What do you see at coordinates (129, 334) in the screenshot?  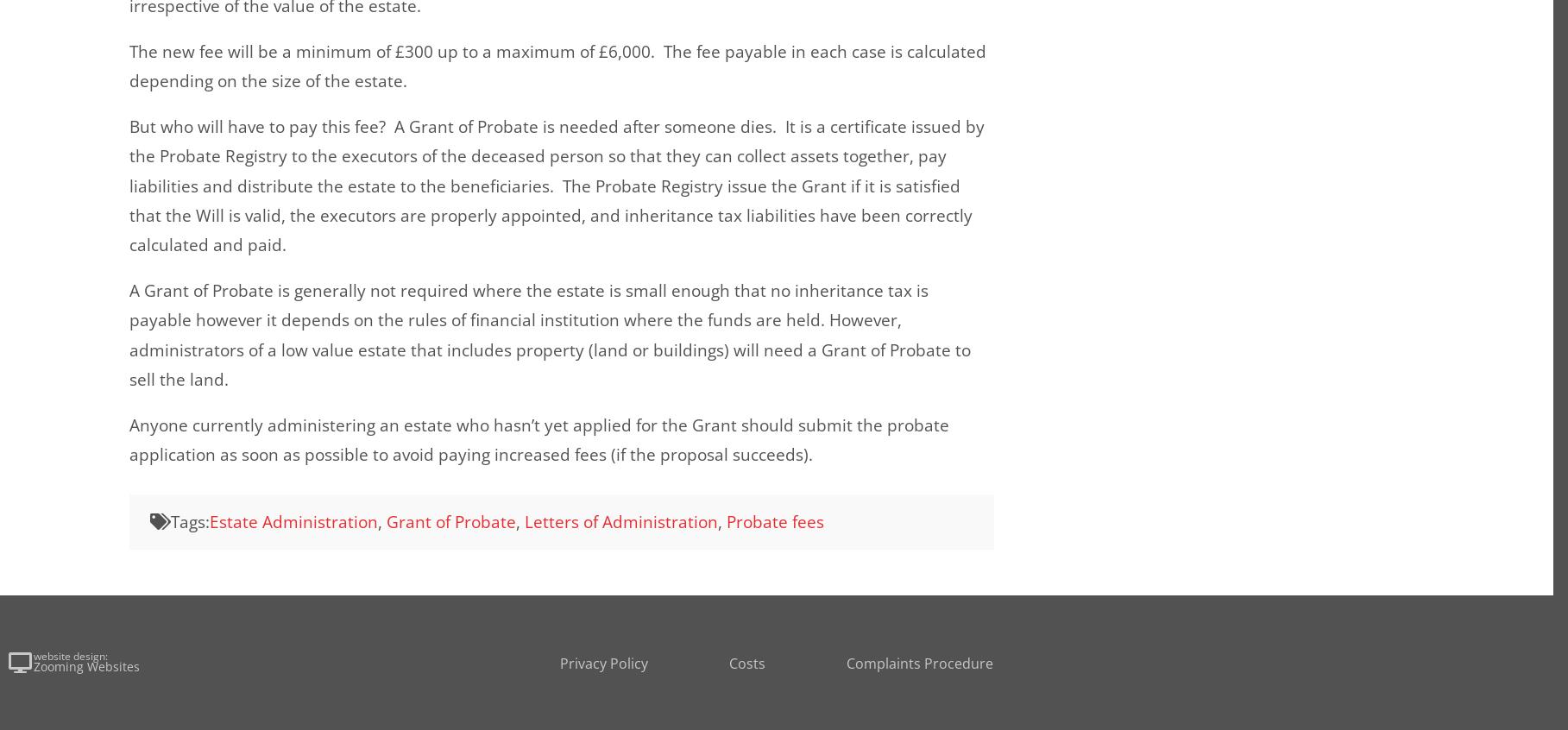 I see `'A
Grant of Probate is generally not required where the estate is small enough
that no inheritance tax is payable however it depends on the rules of financial
institution where the funds are held. However, administrators of a low value
estate that includes property (land or buildings) will need a Grant of Probate
to sell the land.'` at bounding box center [129, 334].